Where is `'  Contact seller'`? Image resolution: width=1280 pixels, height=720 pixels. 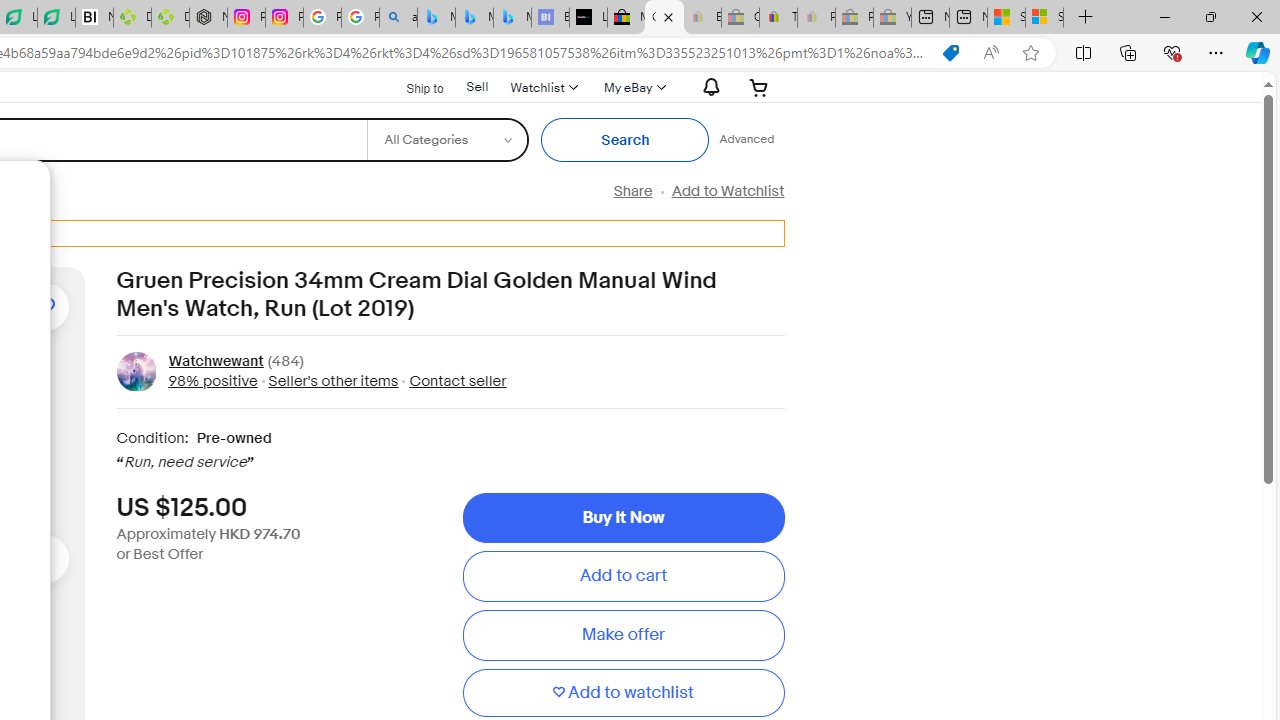 '  Contact seller' is located at coordinates (451, 380).